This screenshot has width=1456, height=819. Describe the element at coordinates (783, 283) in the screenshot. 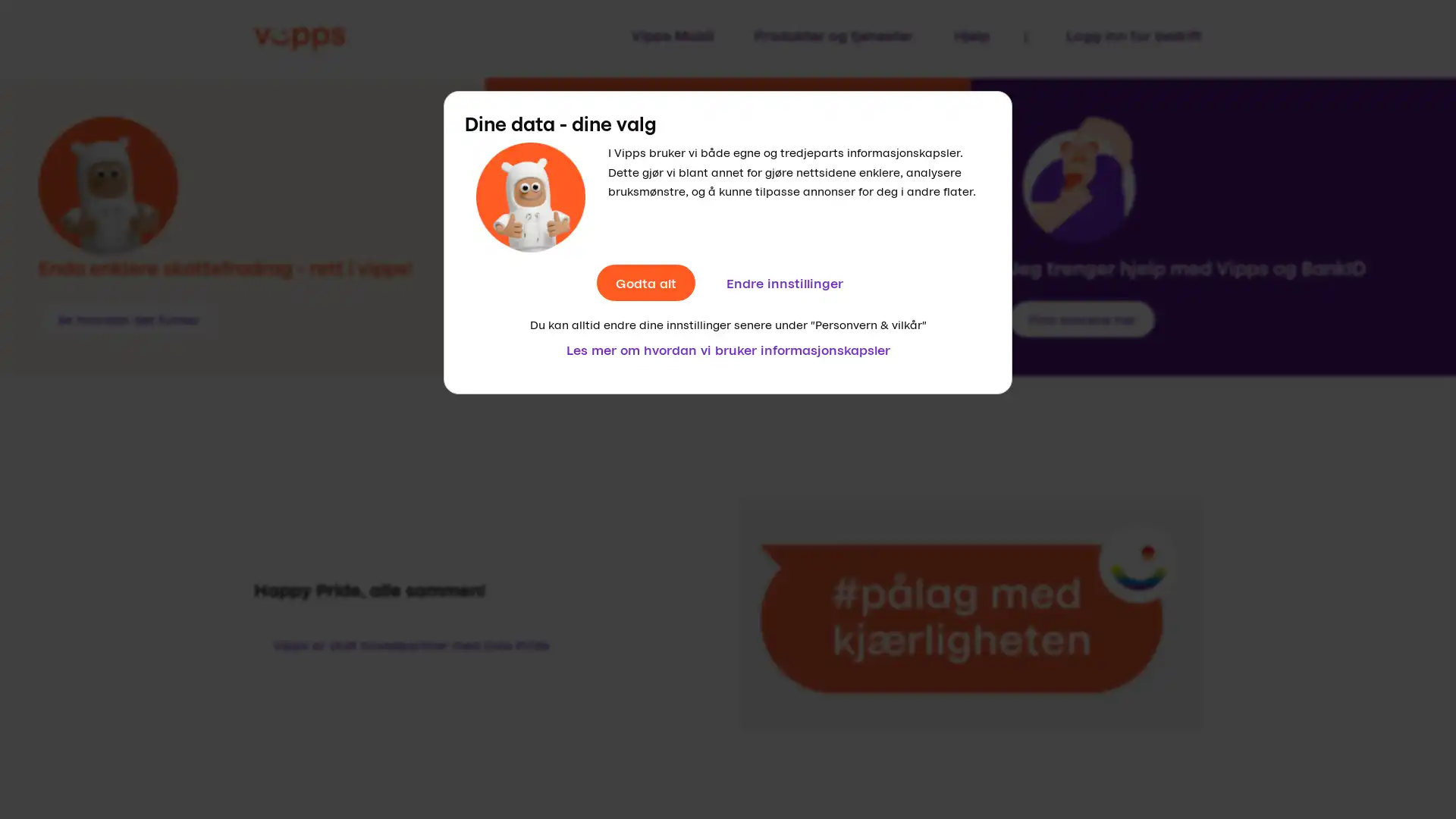

I see `Endre innstillinger` at that location.